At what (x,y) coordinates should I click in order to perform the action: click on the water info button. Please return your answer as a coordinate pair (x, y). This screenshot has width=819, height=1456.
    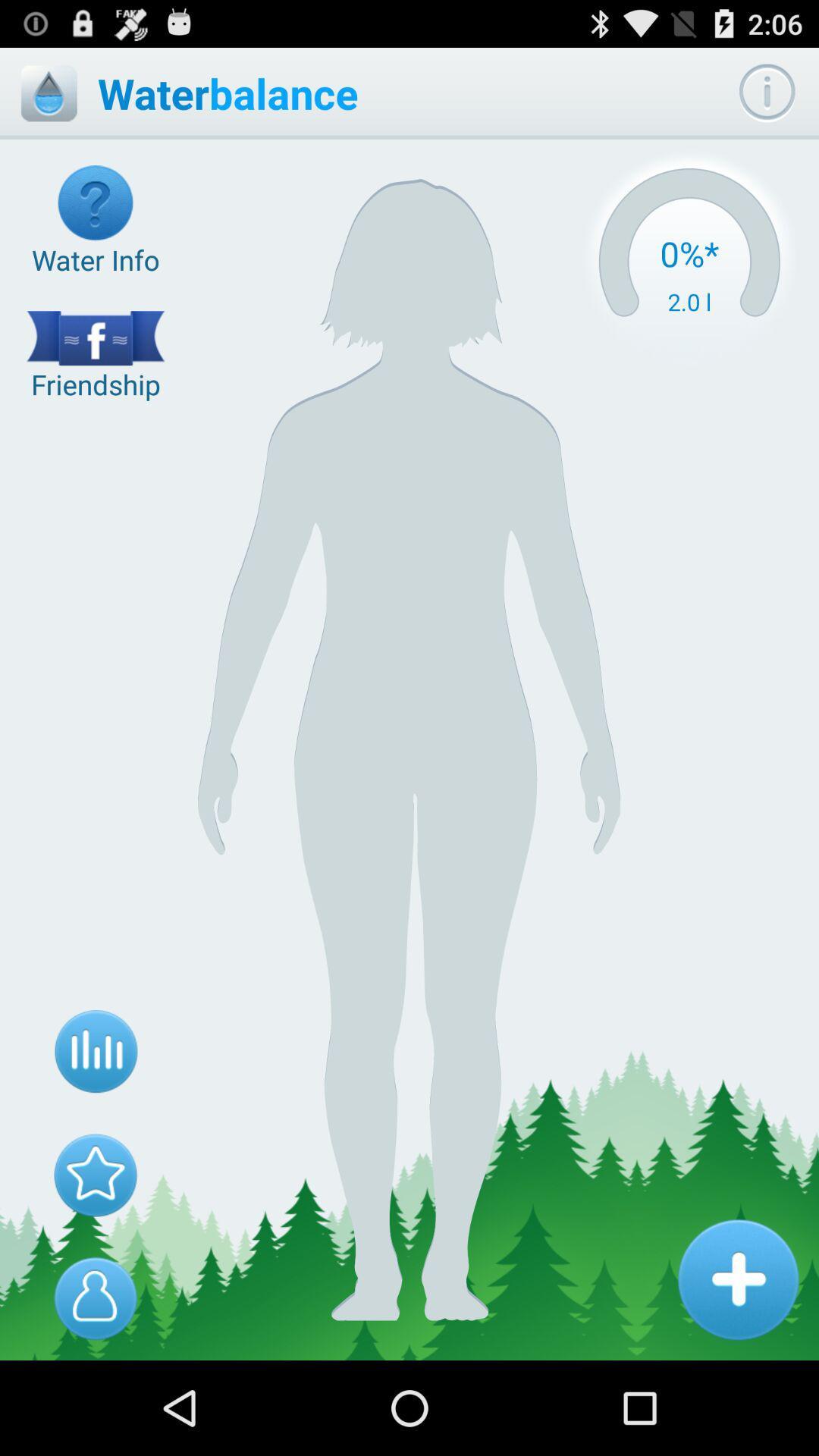
    Looking at the image, I should click on (96, 221).